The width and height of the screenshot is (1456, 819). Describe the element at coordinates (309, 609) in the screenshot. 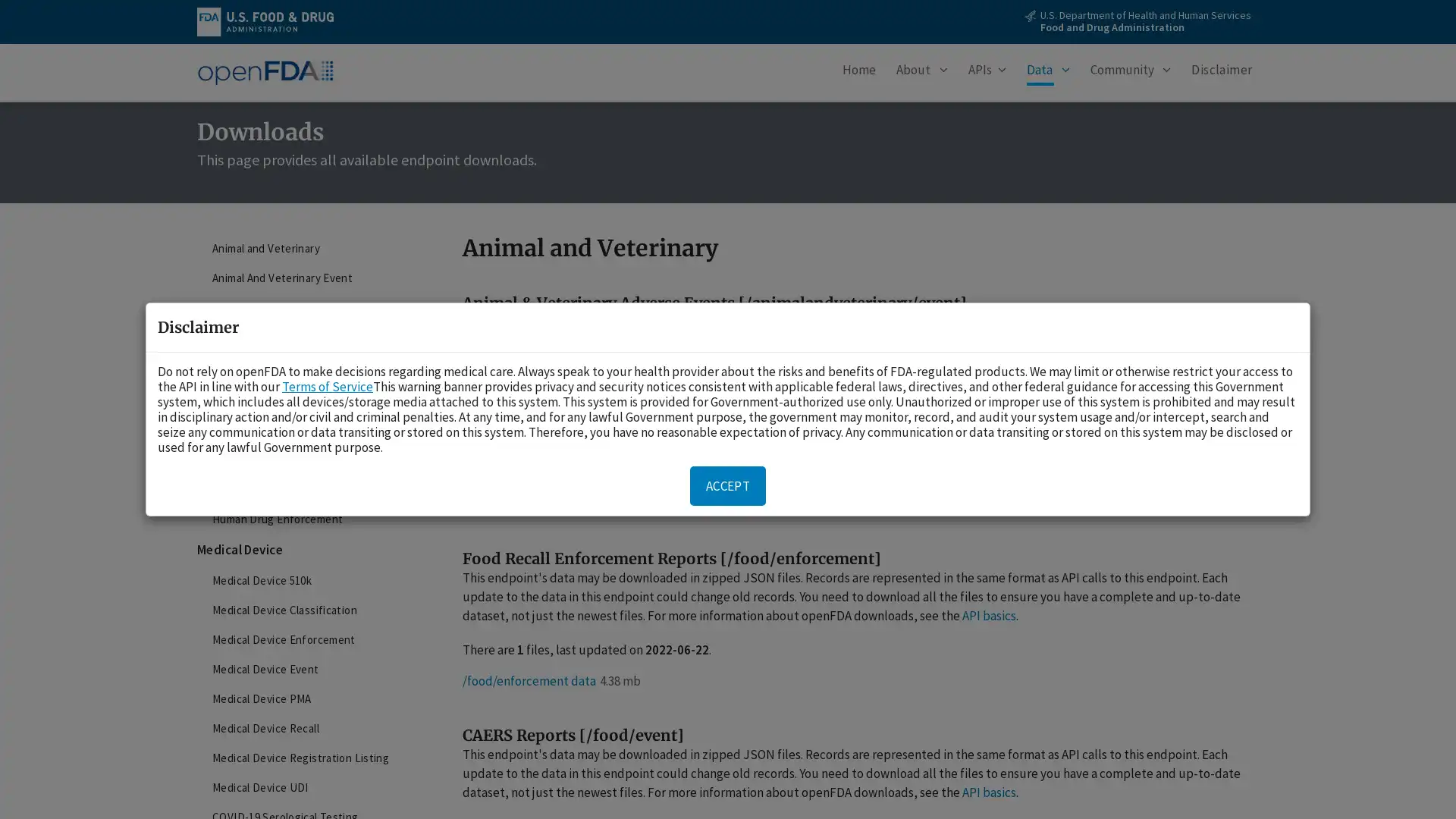

I see `Medical Device Classification` at that location.